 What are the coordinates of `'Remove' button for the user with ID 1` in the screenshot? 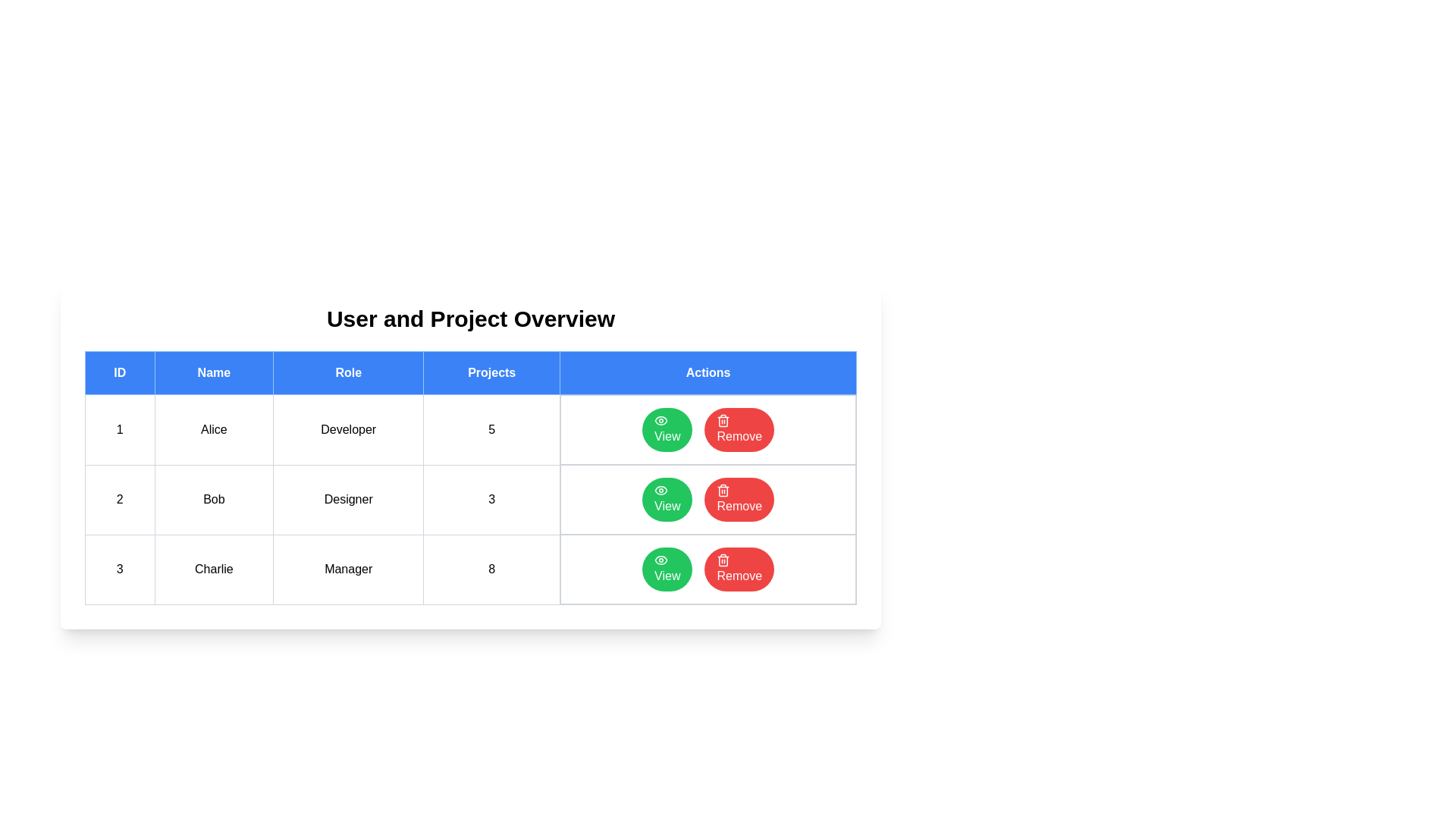 It's located at (739, 430).